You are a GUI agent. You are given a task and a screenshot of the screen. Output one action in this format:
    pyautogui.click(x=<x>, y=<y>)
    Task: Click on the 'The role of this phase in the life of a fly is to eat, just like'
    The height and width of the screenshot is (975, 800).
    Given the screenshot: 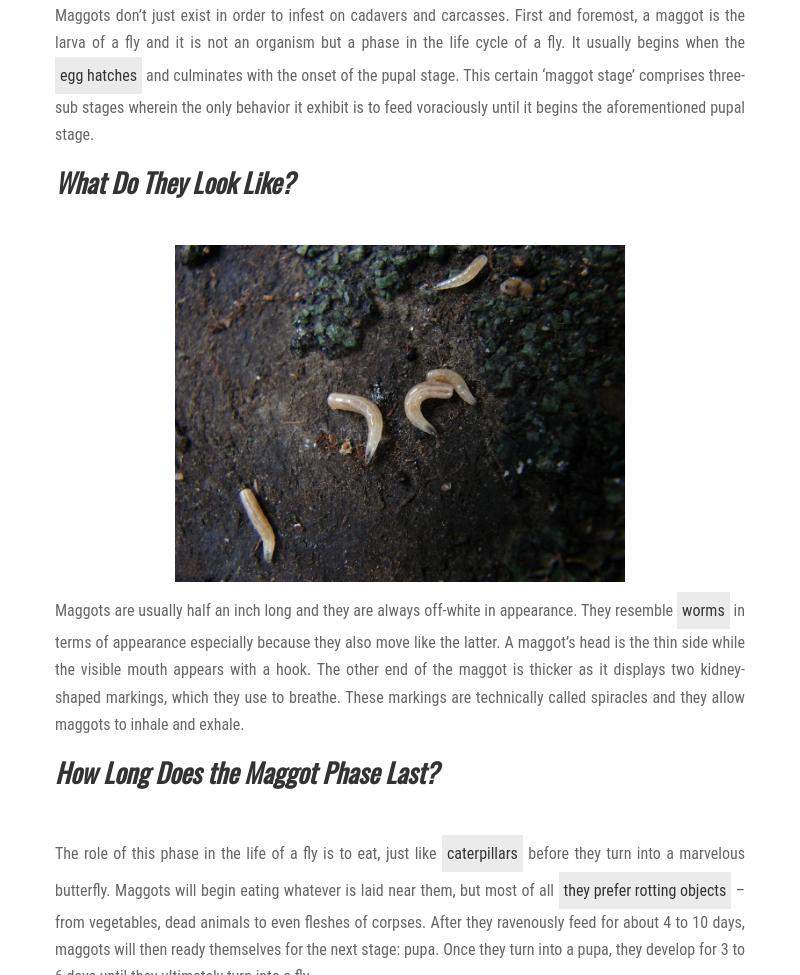 What is the action you would take?
    pyautogui.click(x=247, y=852)
    